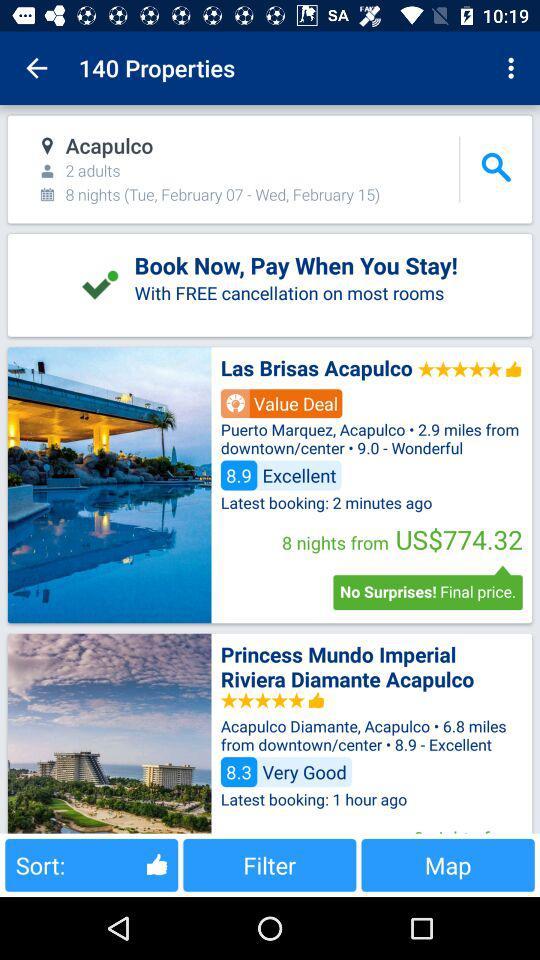 The width and height of the screenshot is (540, 960). Describe the element at coordinates (109, 732) in the screenshot. I see `enlarge picture` at that location.